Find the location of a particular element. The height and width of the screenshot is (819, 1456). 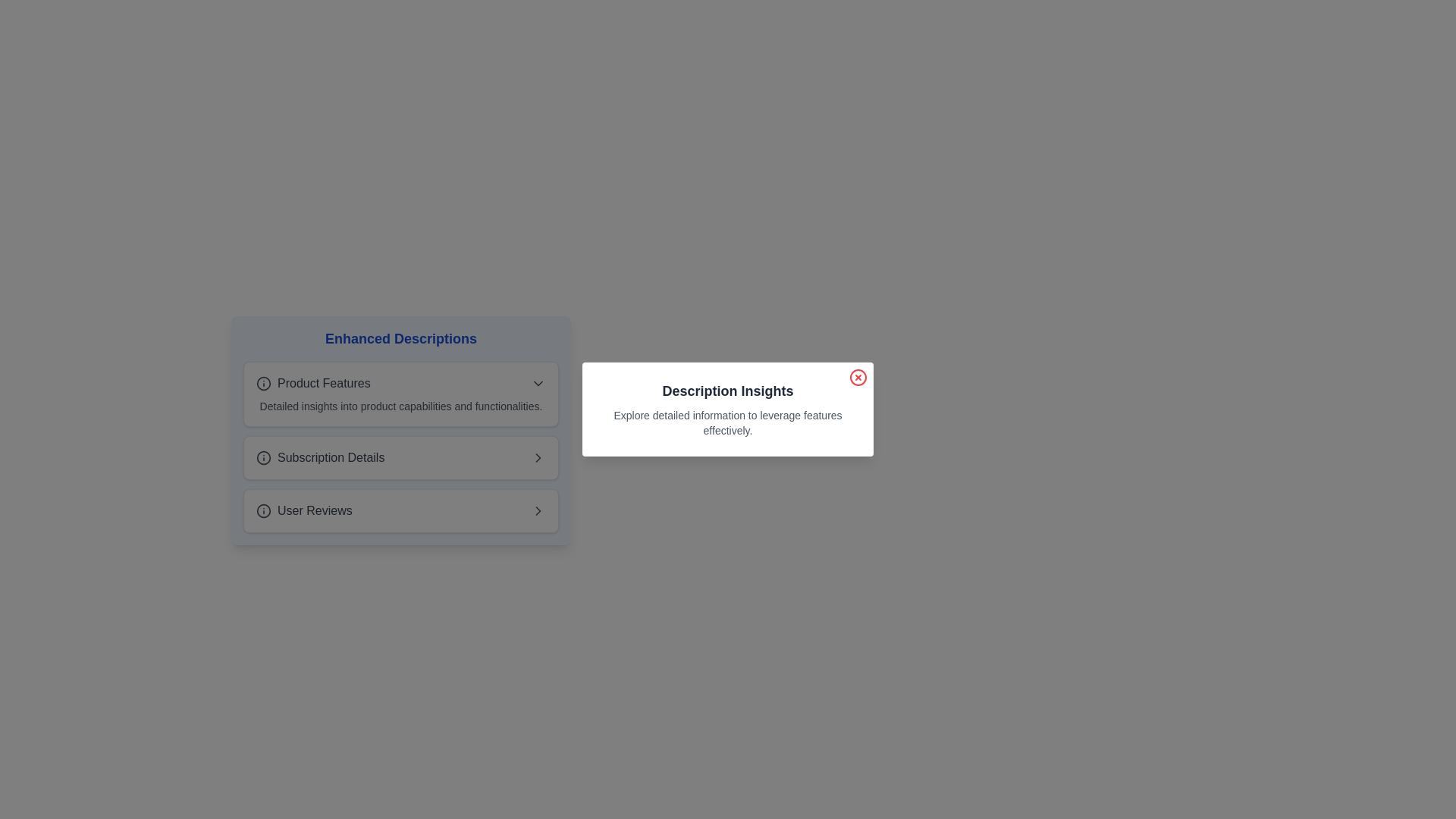

the direction of the rightward pointing chevron arrow icon located to the right of the 'Subscription Details' option in the Enhanced Descriptions section is located at coordinates (538, 511).